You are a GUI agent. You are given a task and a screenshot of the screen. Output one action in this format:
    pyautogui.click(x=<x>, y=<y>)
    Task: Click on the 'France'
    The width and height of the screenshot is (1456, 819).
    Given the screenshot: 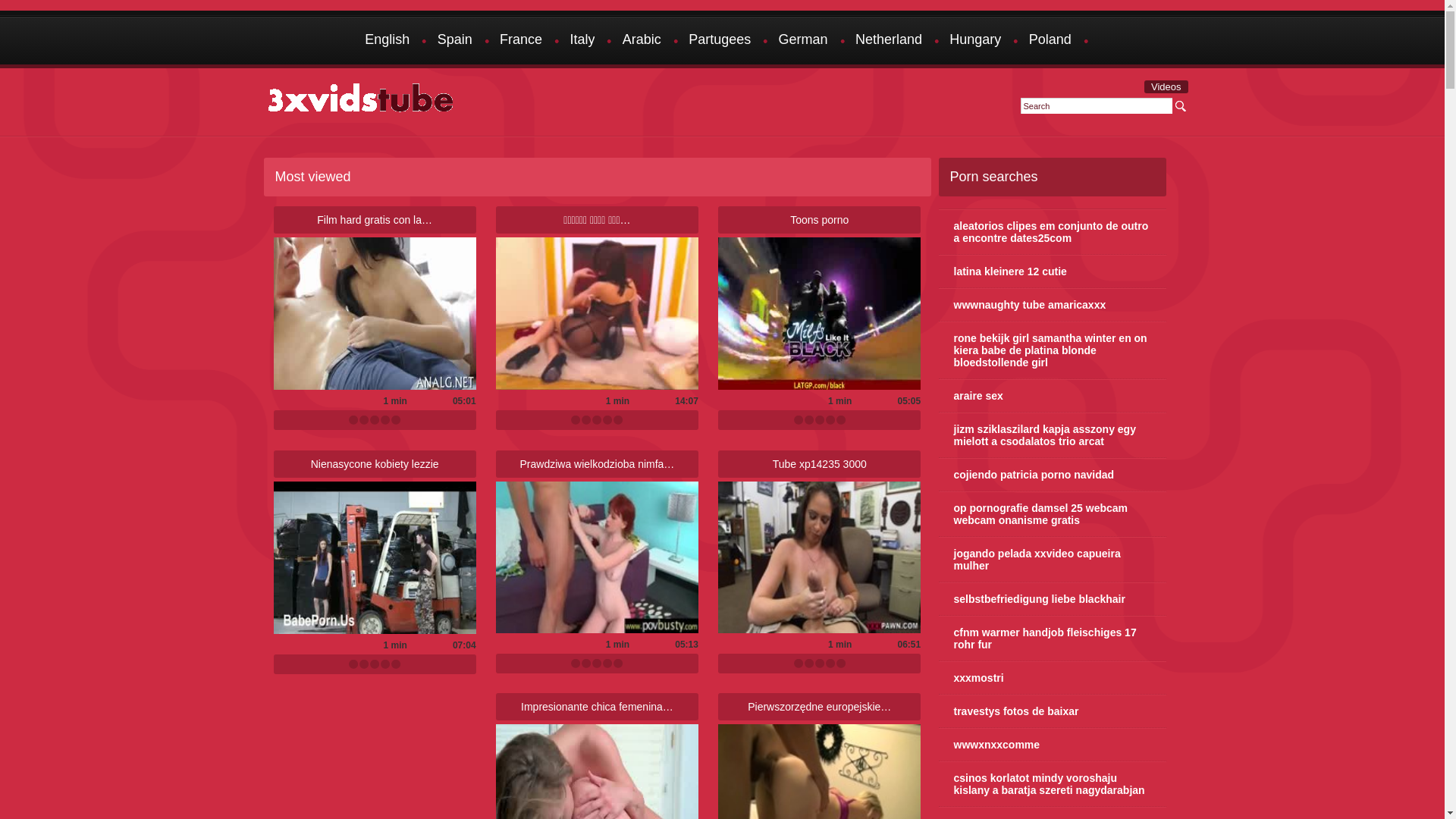 What is the action you would take?
    pyautogui.click(x=520, y=40)
    